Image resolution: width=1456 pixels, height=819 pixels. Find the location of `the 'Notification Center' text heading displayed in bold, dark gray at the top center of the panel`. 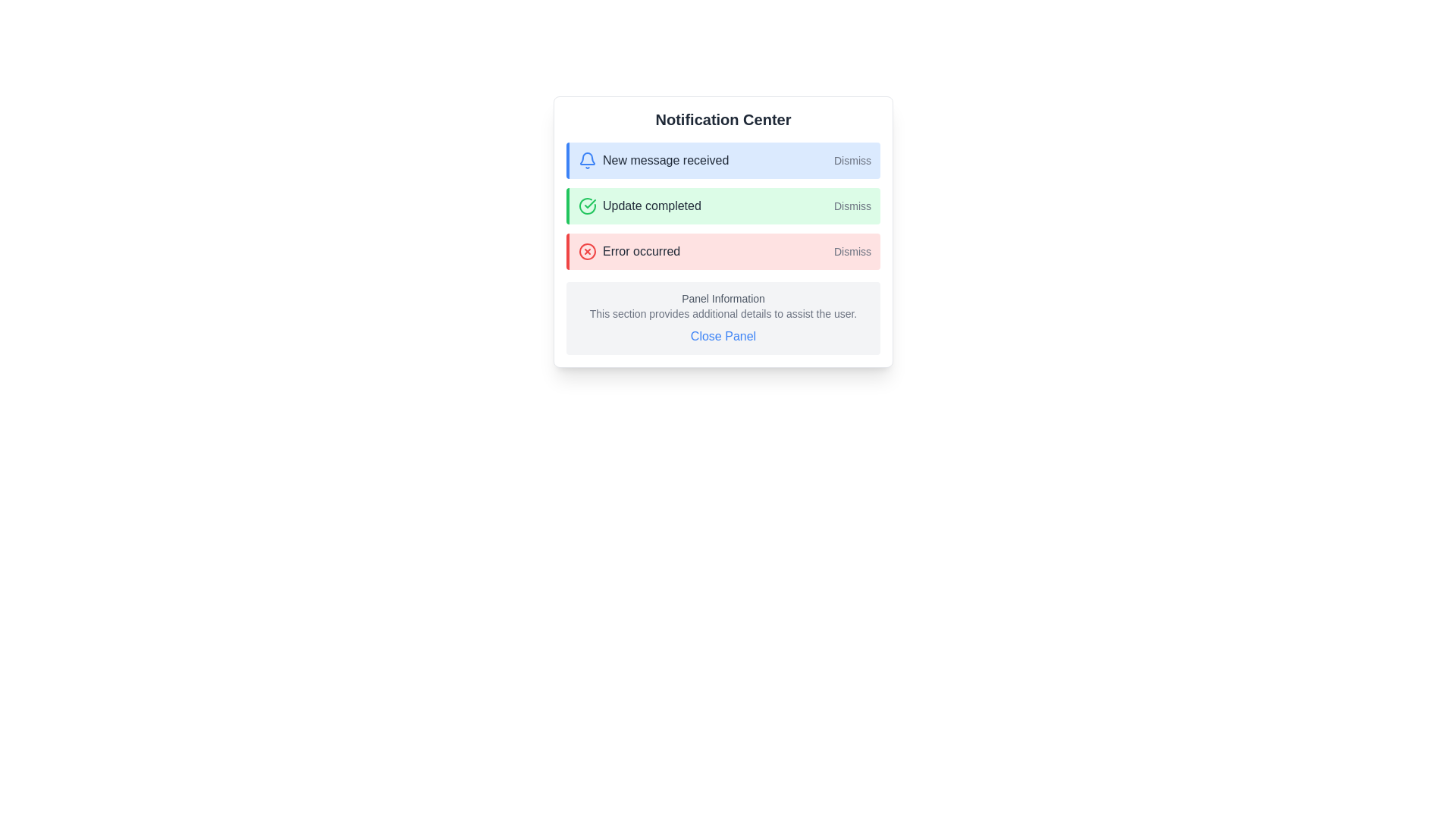

the 'Notification Center' text heading displayed in bold, dark gray at the top center of the panel is located at coordinates (723, 119).